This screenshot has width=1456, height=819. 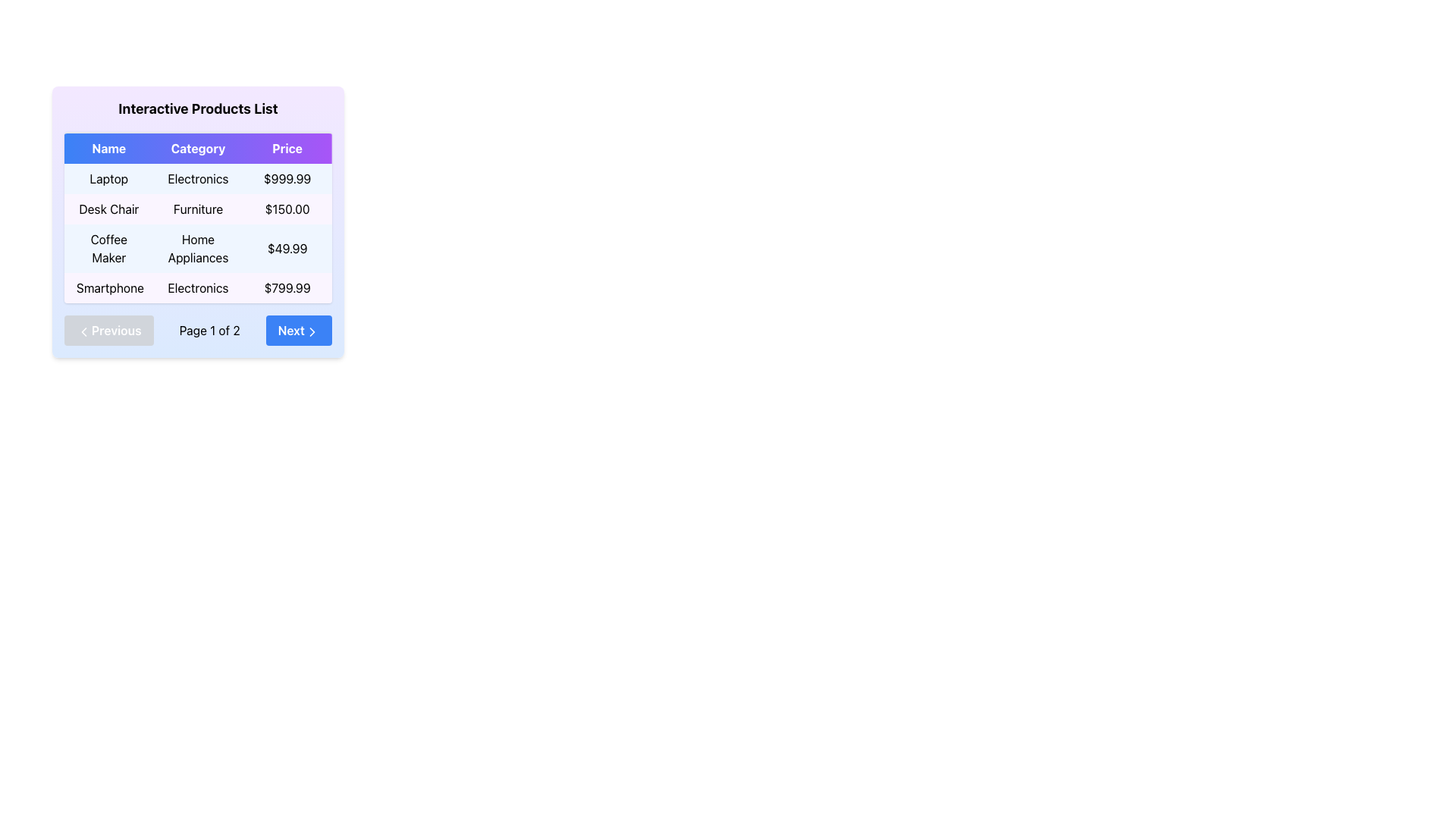 I want to click on the Text Label displaying the product category located in the third row of the table under the 'Category' column, positioned between 'Coffee Maker' and '$49.99', so click(x=197, y=247).